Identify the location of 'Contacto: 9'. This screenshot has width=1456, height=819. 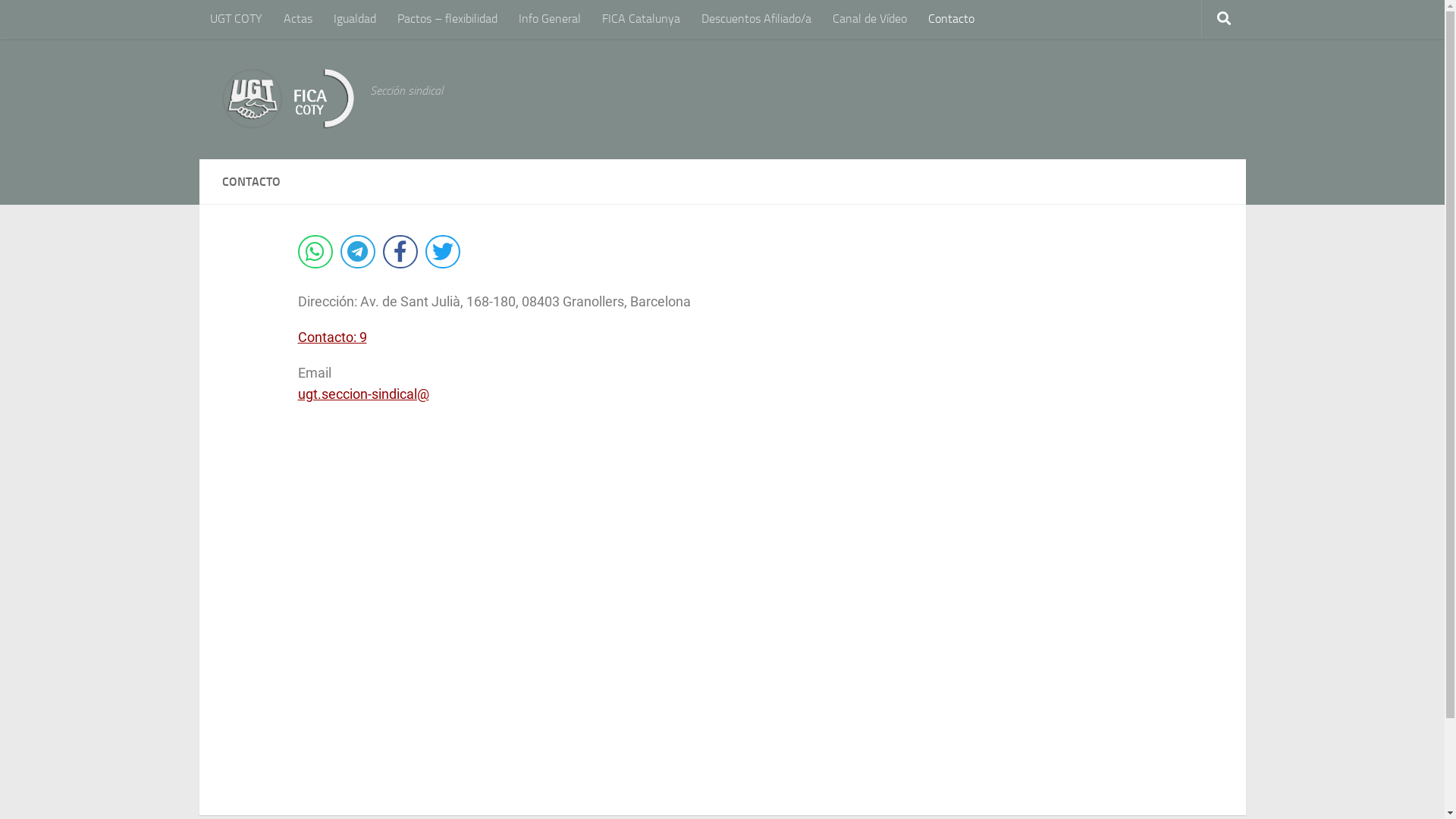
(331, 336).